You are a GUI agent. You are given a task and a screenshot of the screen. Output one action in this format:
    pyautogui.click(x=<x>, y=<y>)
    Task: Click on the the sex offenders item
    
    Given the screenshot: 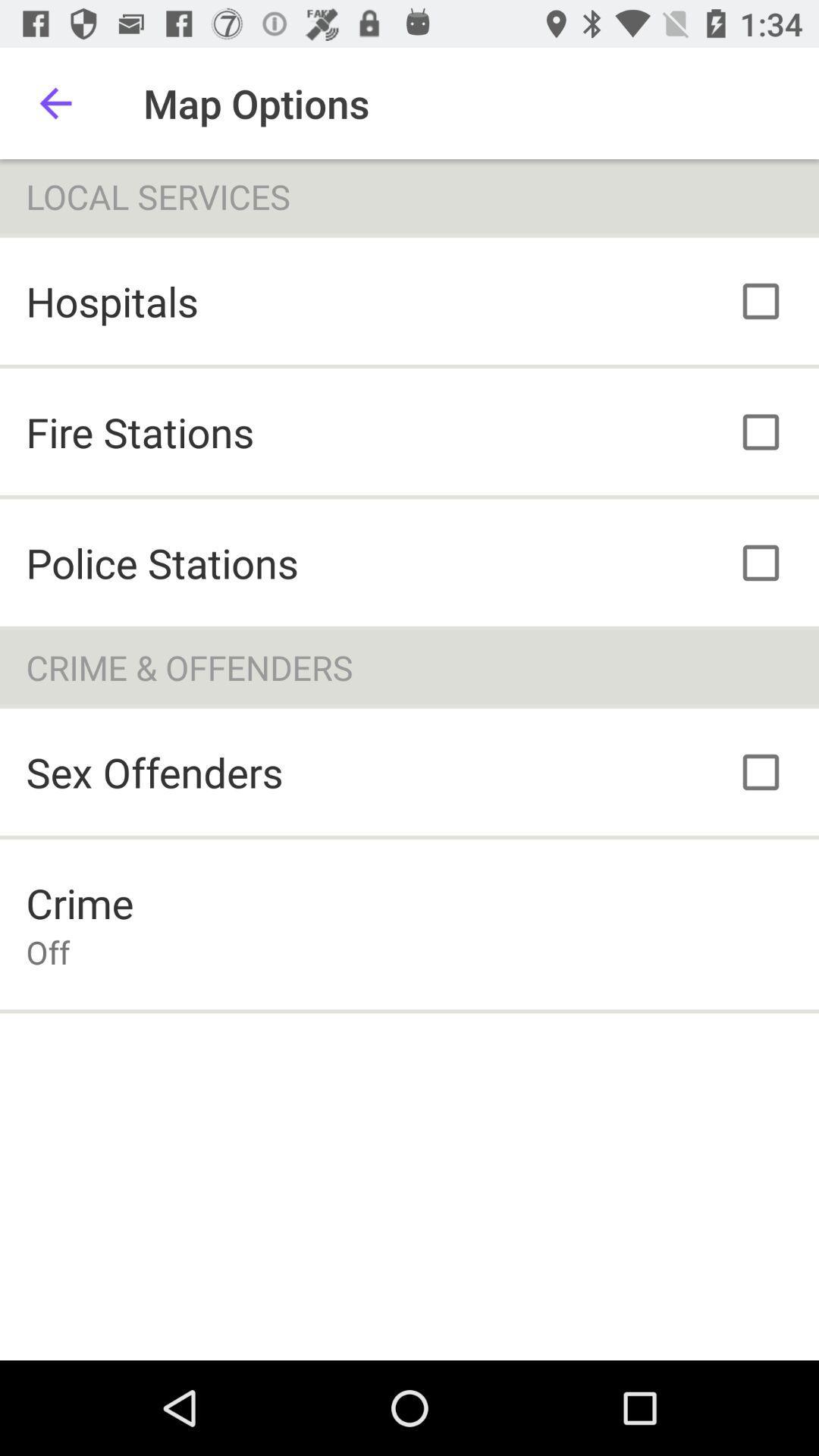 What is the action you would take?
    pyautogui.click(x=155, y=772)
    